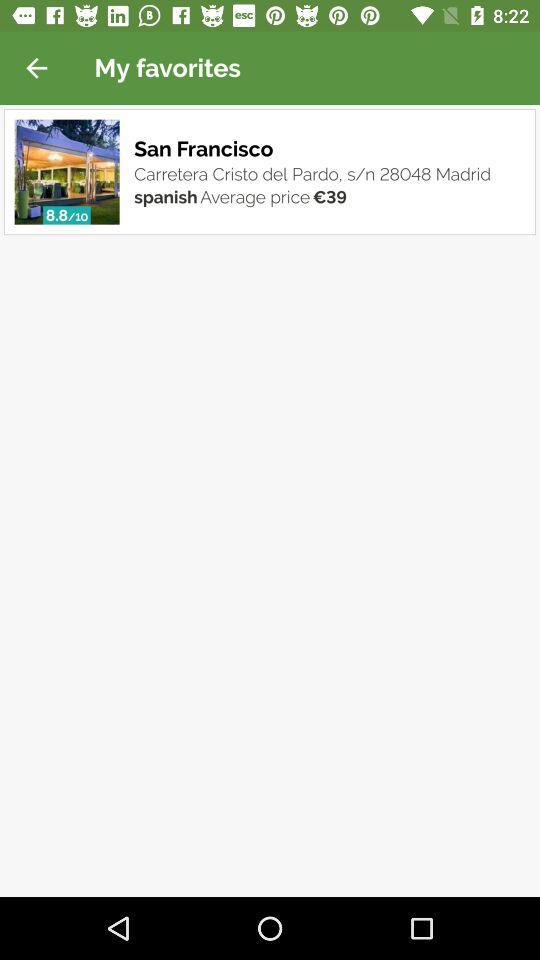 Image resolution: width=540 pixels, height=960 pixels. What do you see at coordinates (36, 68) in the screenshot?
I see `icon next to my favorites` at bounding box center [36, 68].